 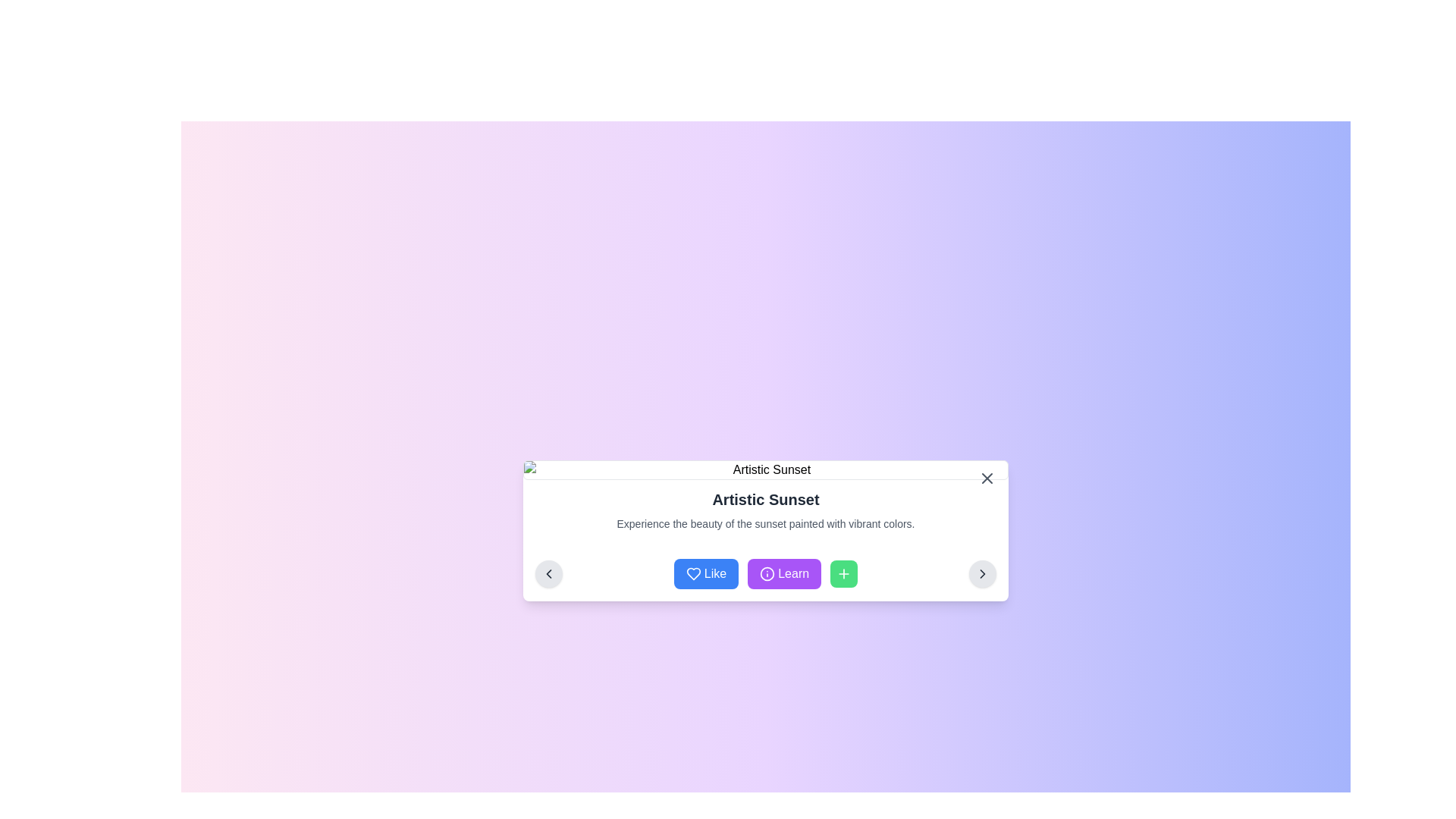 What do you see at coordinates (548, 573) in the screenshot?
I see `the navigational control icon embedded within the circular button located at the bottom-left corner of the 'Artistic Sunset' panel` at bounding box center [548, 573].